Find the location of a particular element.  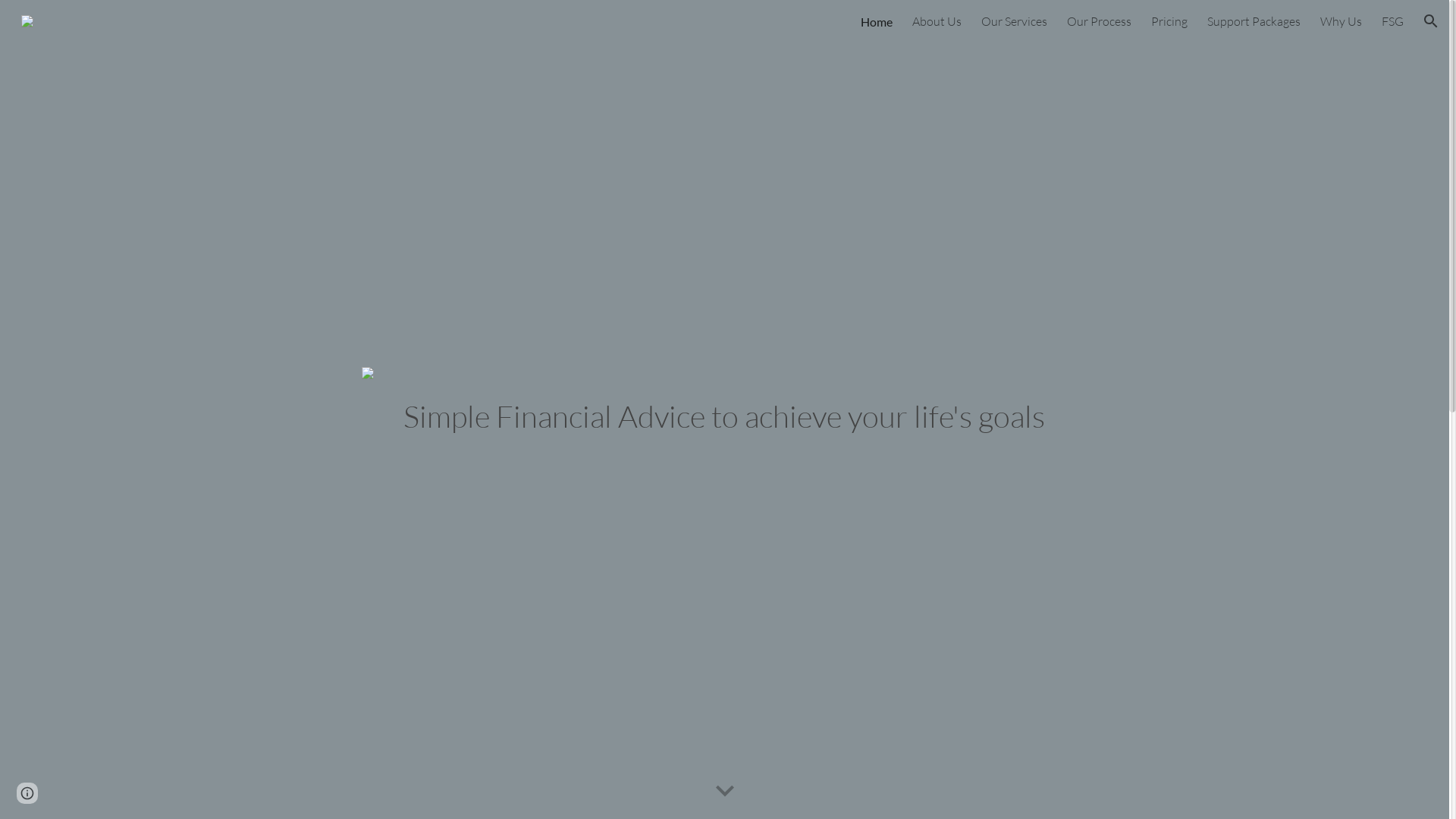

'Why Us' is located at coordinates (1341, 20).